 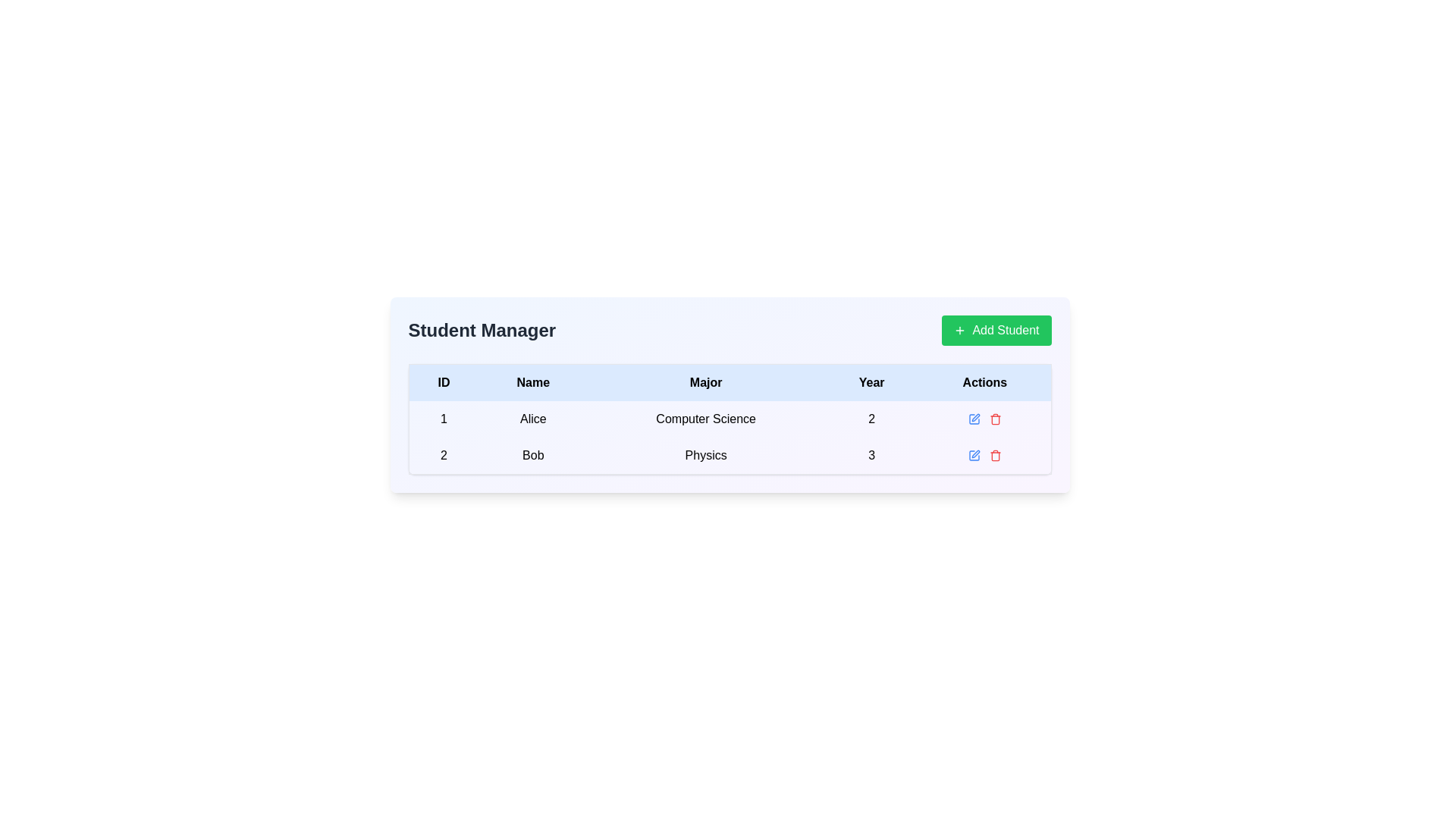 What do you see at coordinates (996, 329) in the screenshot?
I see `the 'Add Student' button located at the top-right corner of the 'Student Manager' section` at bounding box center [996, 329].